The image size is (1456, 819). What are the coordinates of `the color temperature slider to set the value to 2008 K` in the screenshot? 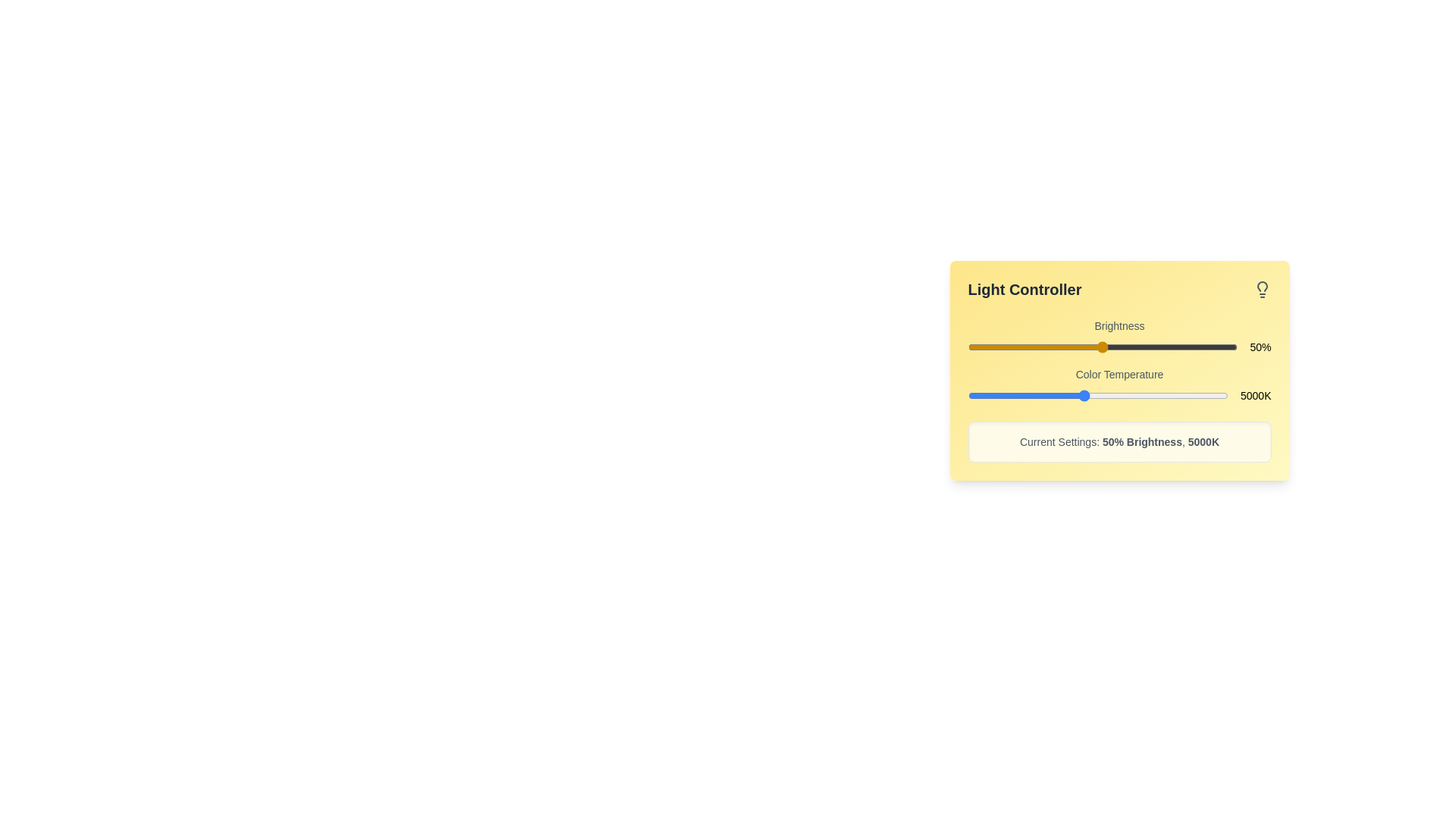 It's located at (997, 394).